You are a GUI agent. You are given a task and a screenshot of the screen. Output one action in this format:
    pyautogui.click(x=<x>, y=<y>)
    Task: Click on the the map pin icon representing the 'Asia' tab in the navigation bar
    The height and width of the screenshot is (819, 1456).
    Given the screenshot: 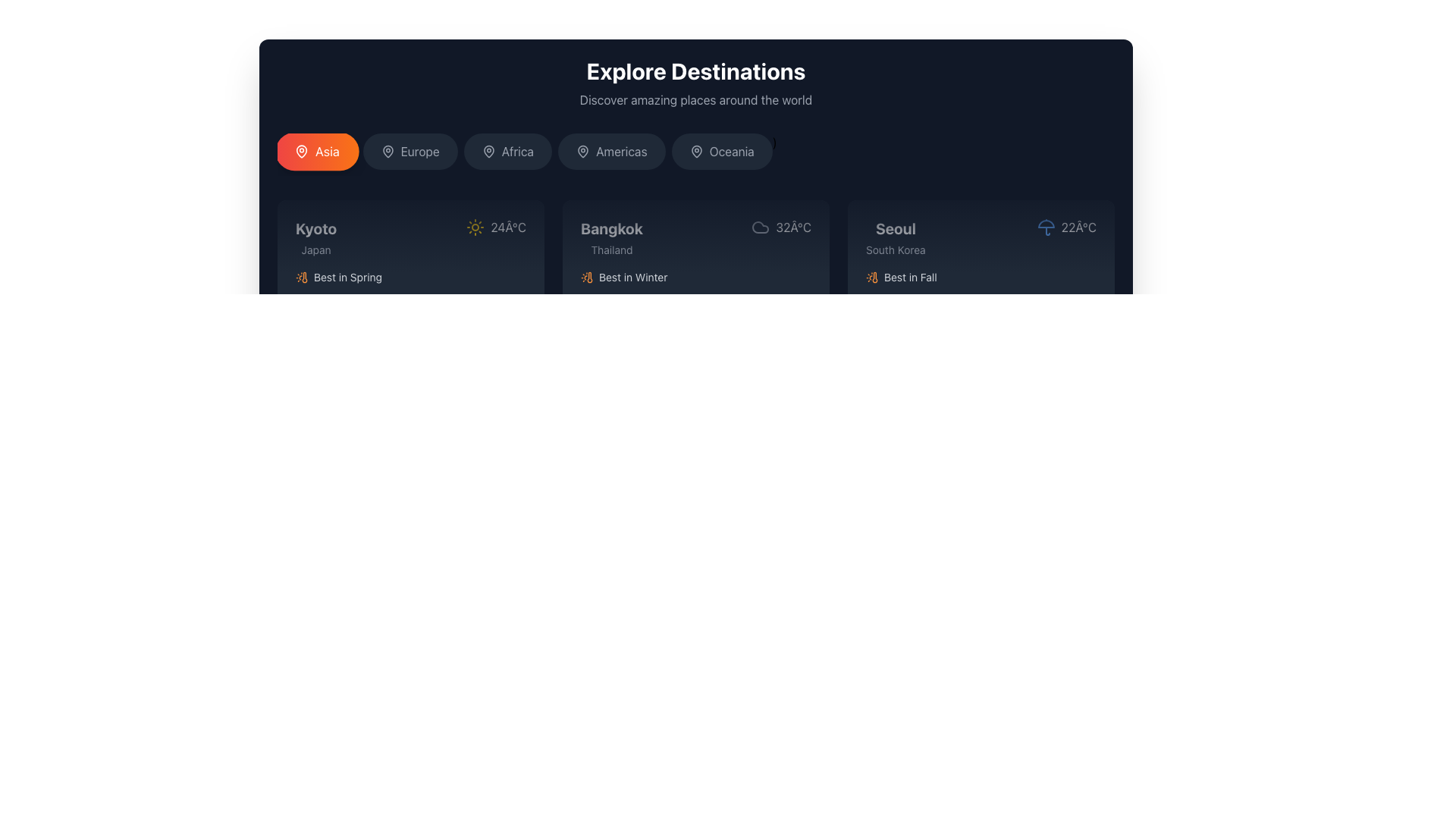 What is the action you would take?
    pyautogui.click(x=302, y=152)
    